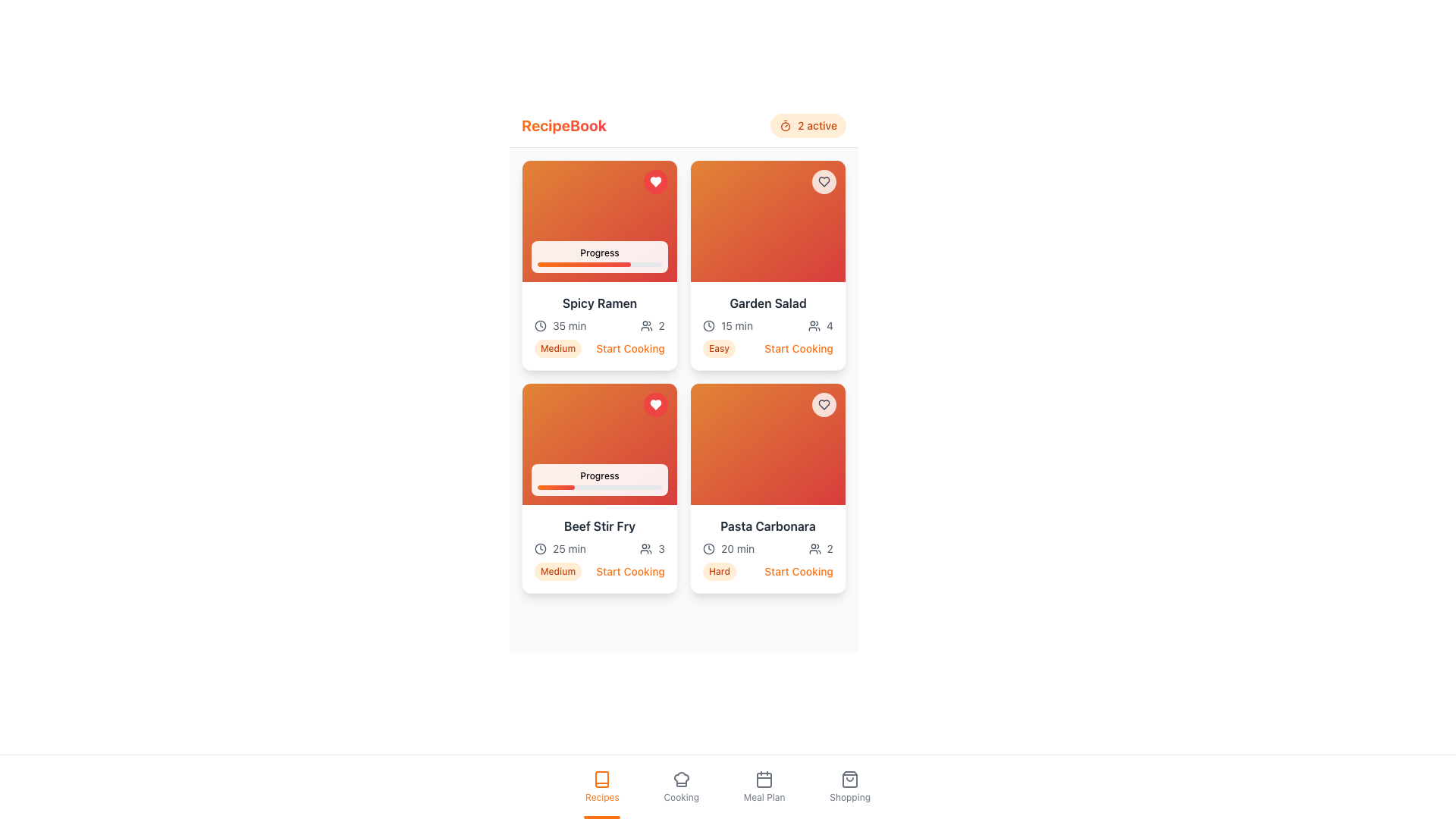 Image resolution: width=1456 pixels, height=819 pixels. What do you see at coordinates (646, 549) in the screenshot?
I see `the icon indicating the number of people or servings associated with the 'Beef Stir Fry' recipe, located next to the text '3' and above the 'Medium' difficulty label` at bounding box center [646, 549].